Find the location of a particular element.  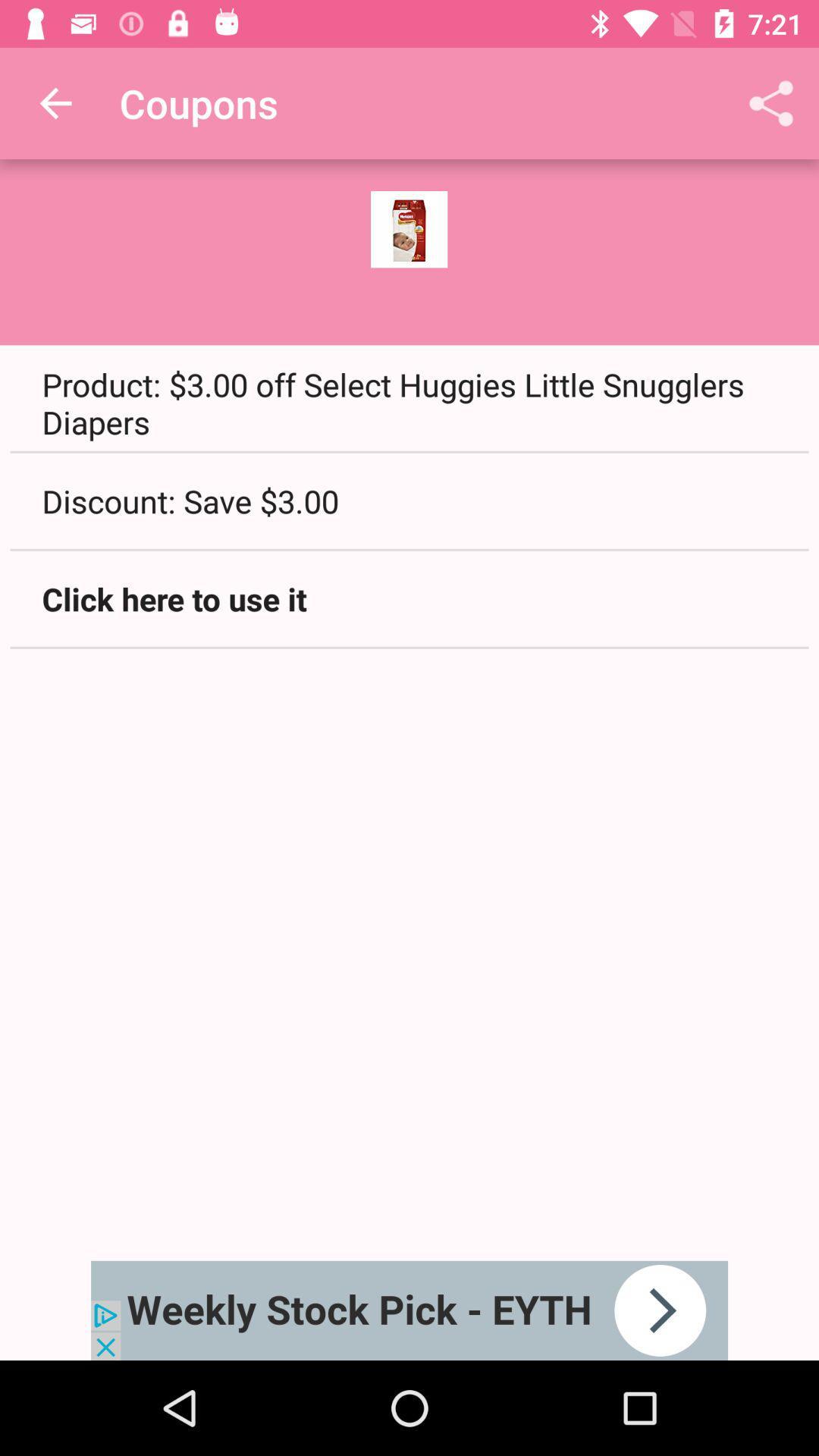

next is located at coordinates (409, 1310).